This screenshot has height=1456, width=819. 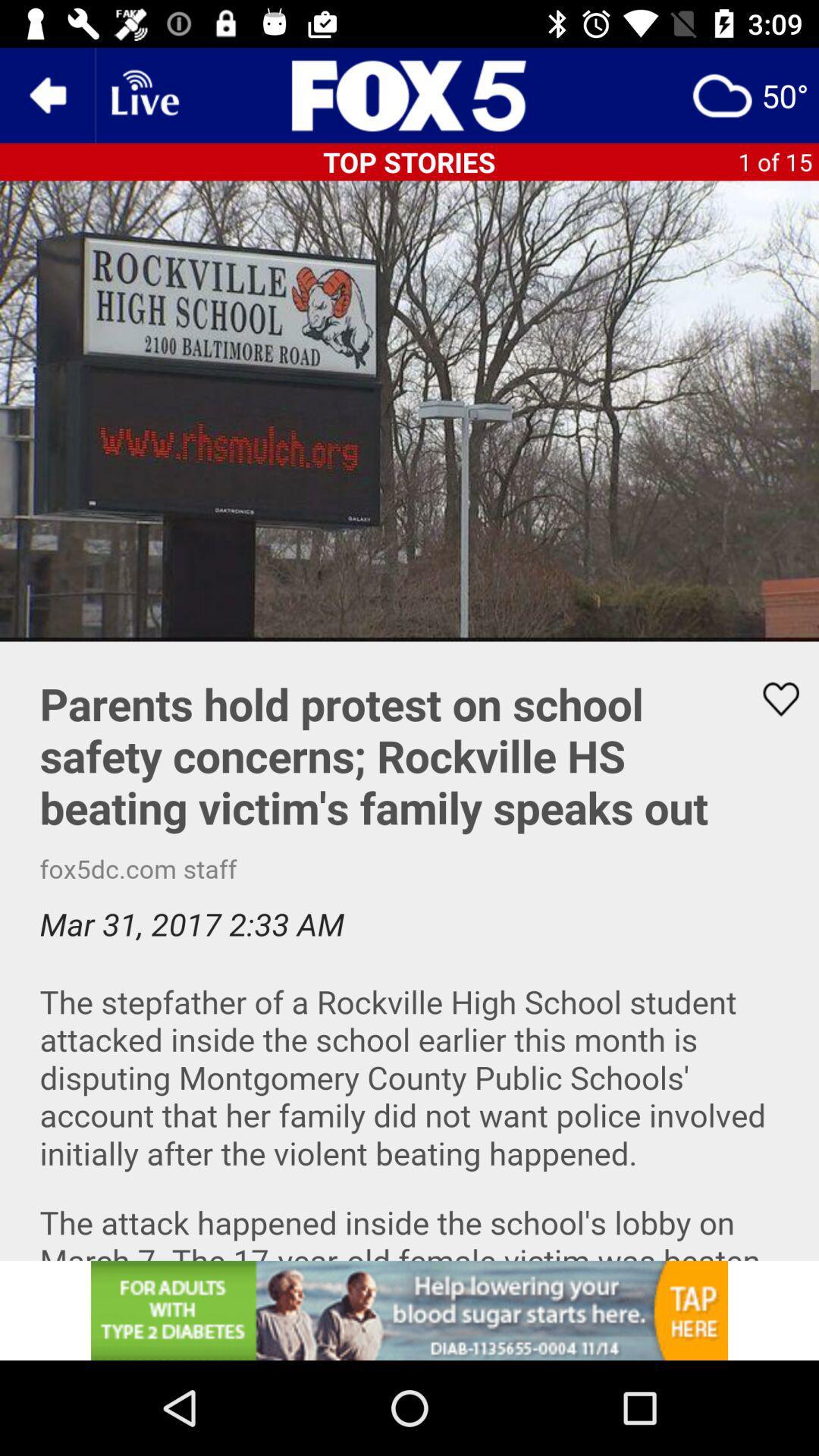 What do you see at coordinates (409, 950) in the screenshot?
I see `like this article` at bounding box center [409, 950].